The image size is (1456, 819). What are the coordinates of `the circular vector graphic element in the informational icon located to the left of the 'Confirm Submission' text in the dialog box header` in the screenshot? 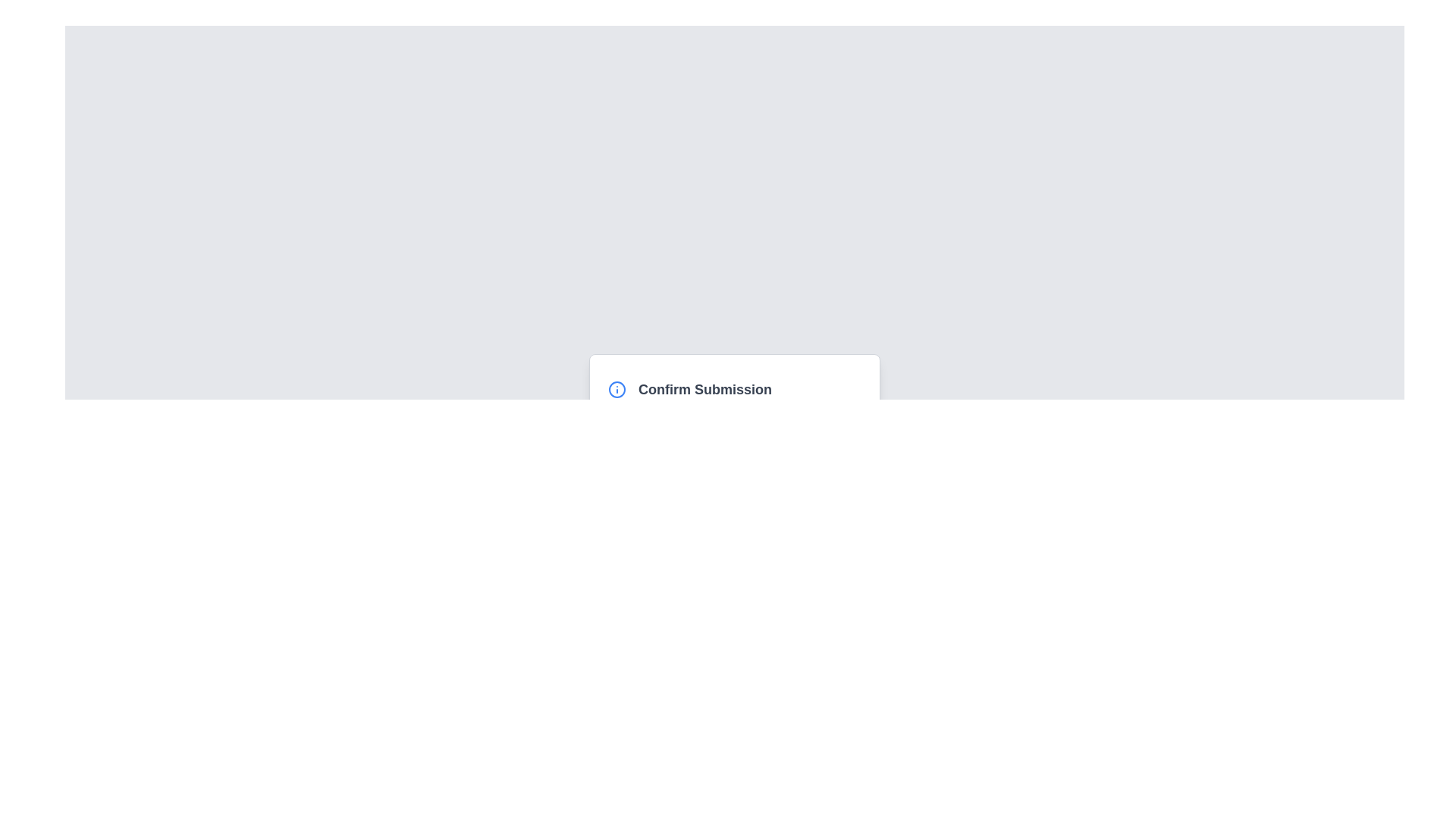 It's located at (617, 388).